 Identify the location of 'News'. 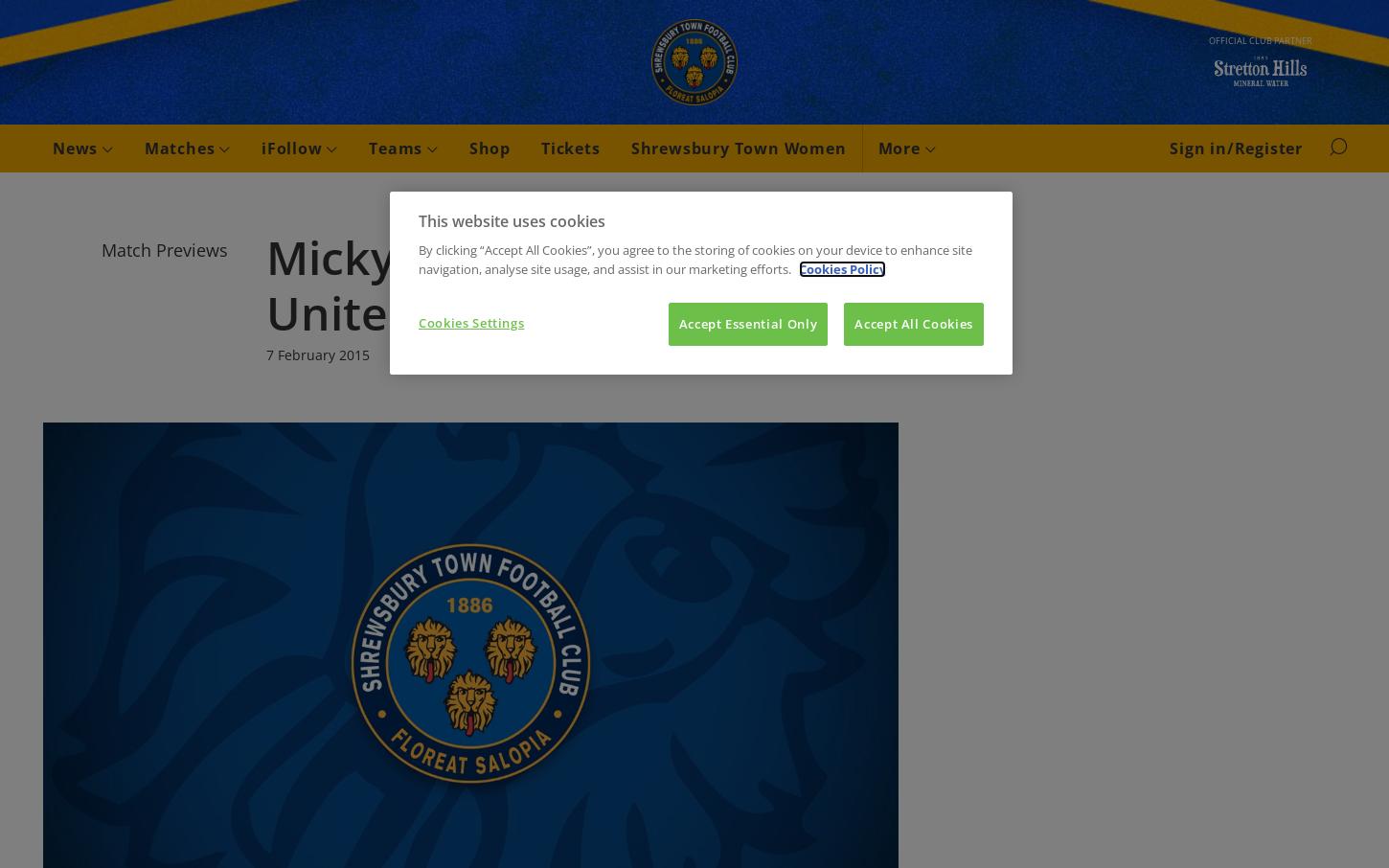
(52, 148).